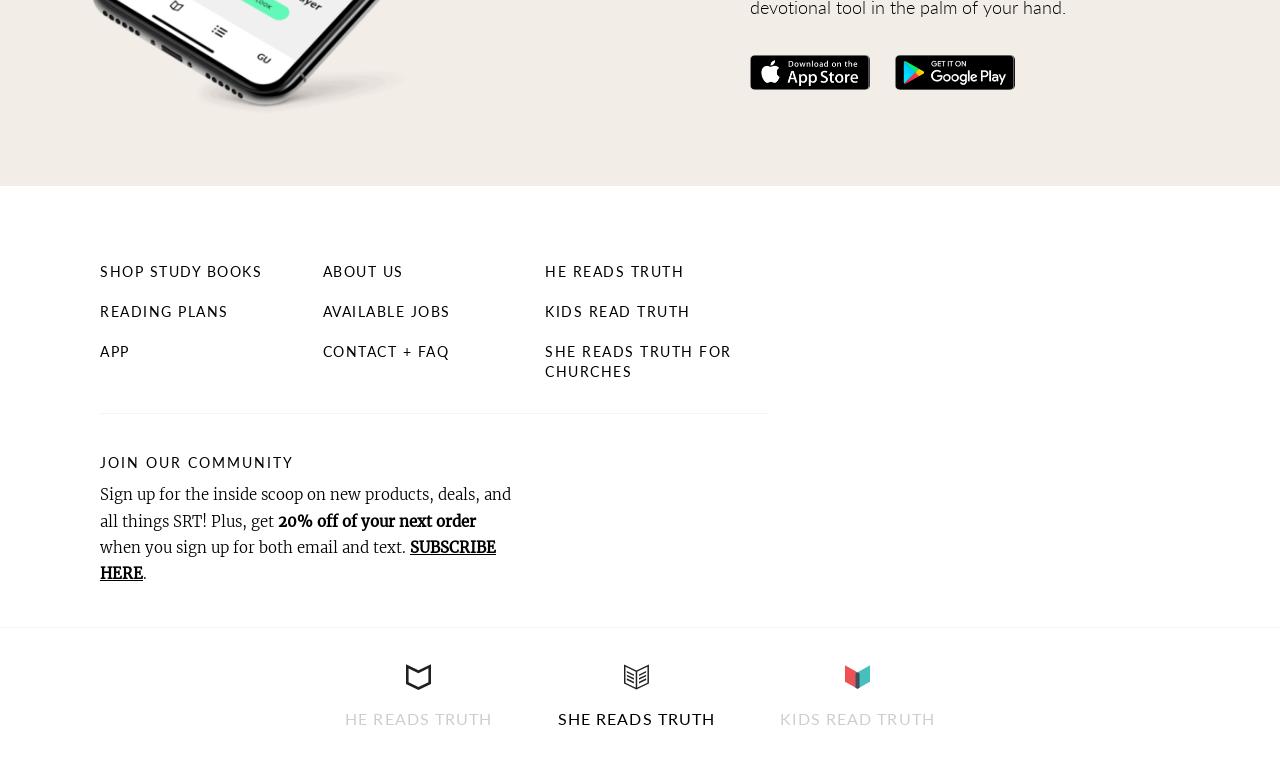 The height and width of the screenshot is (766, 1280). I want to click on 'App', so click(98, 350).